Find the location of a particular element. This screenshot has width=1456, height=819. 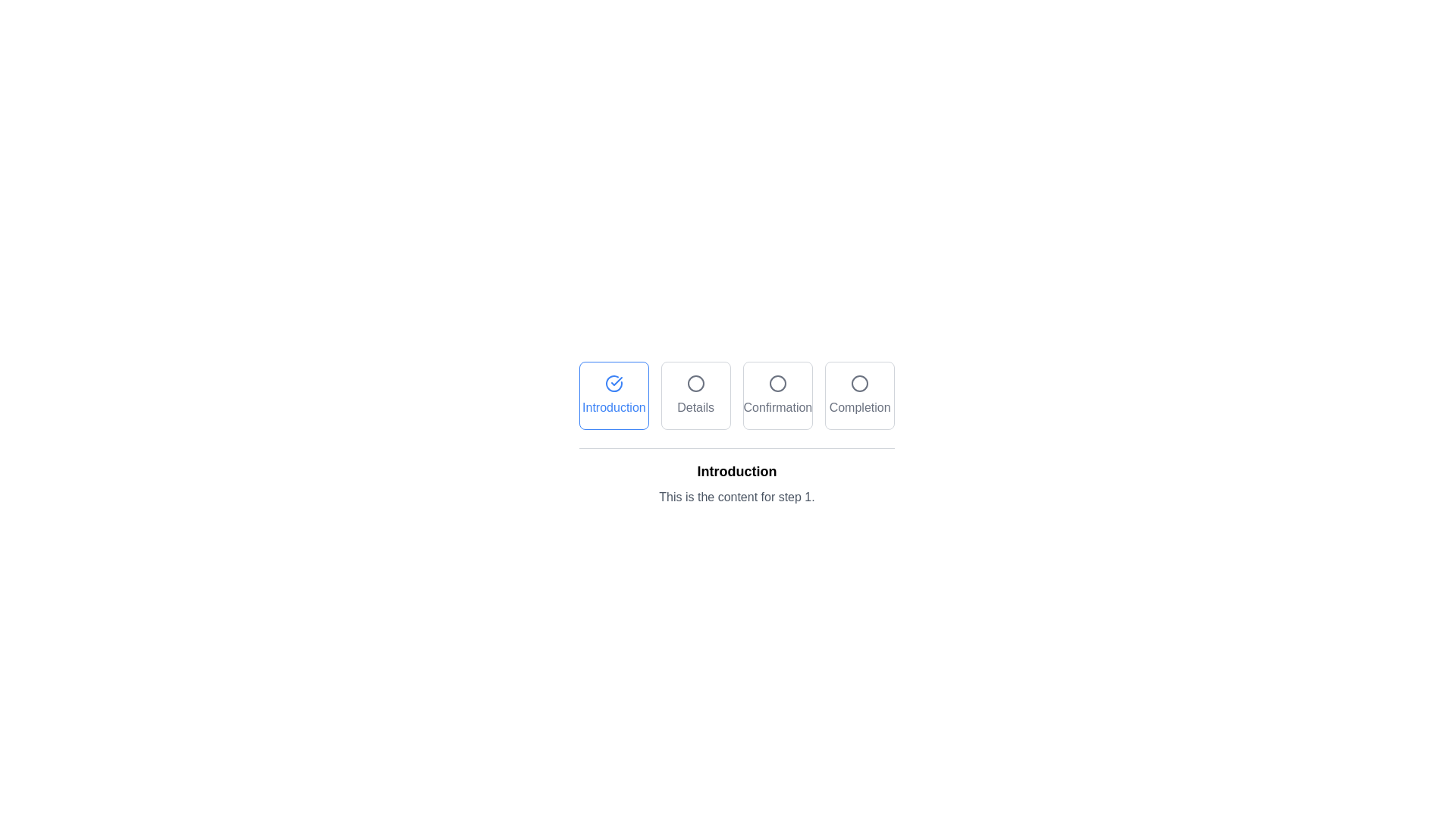

the 'Completion' button, which is the fourth card in a horizontal sequence of four cards, located at the far-right end with a gray color scheme and rounded corners is located at coordinates (859, 394).